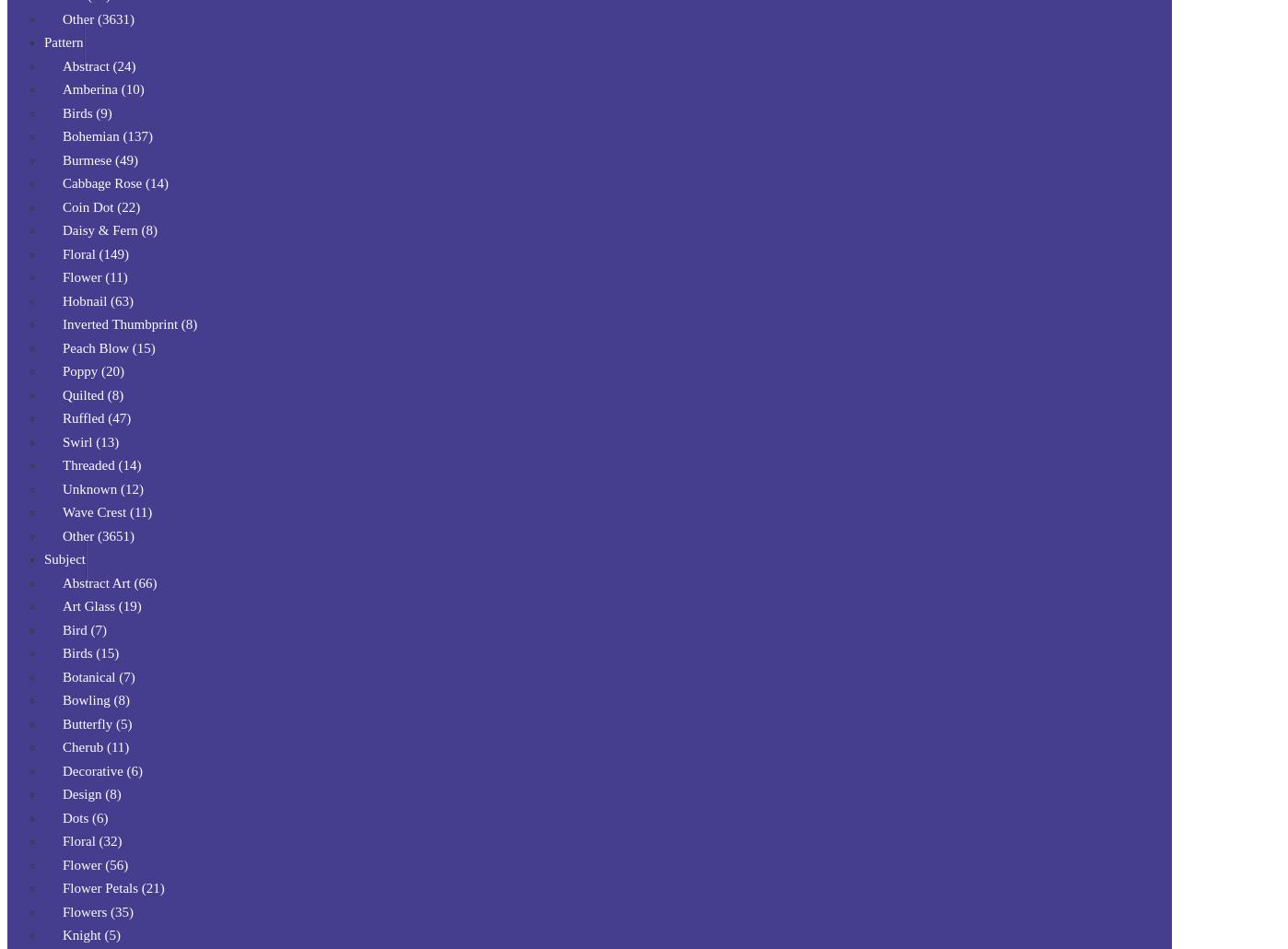 This screenshot has height=949, width=1288. I want to click on 'Knight (5)', so click(90, 933).